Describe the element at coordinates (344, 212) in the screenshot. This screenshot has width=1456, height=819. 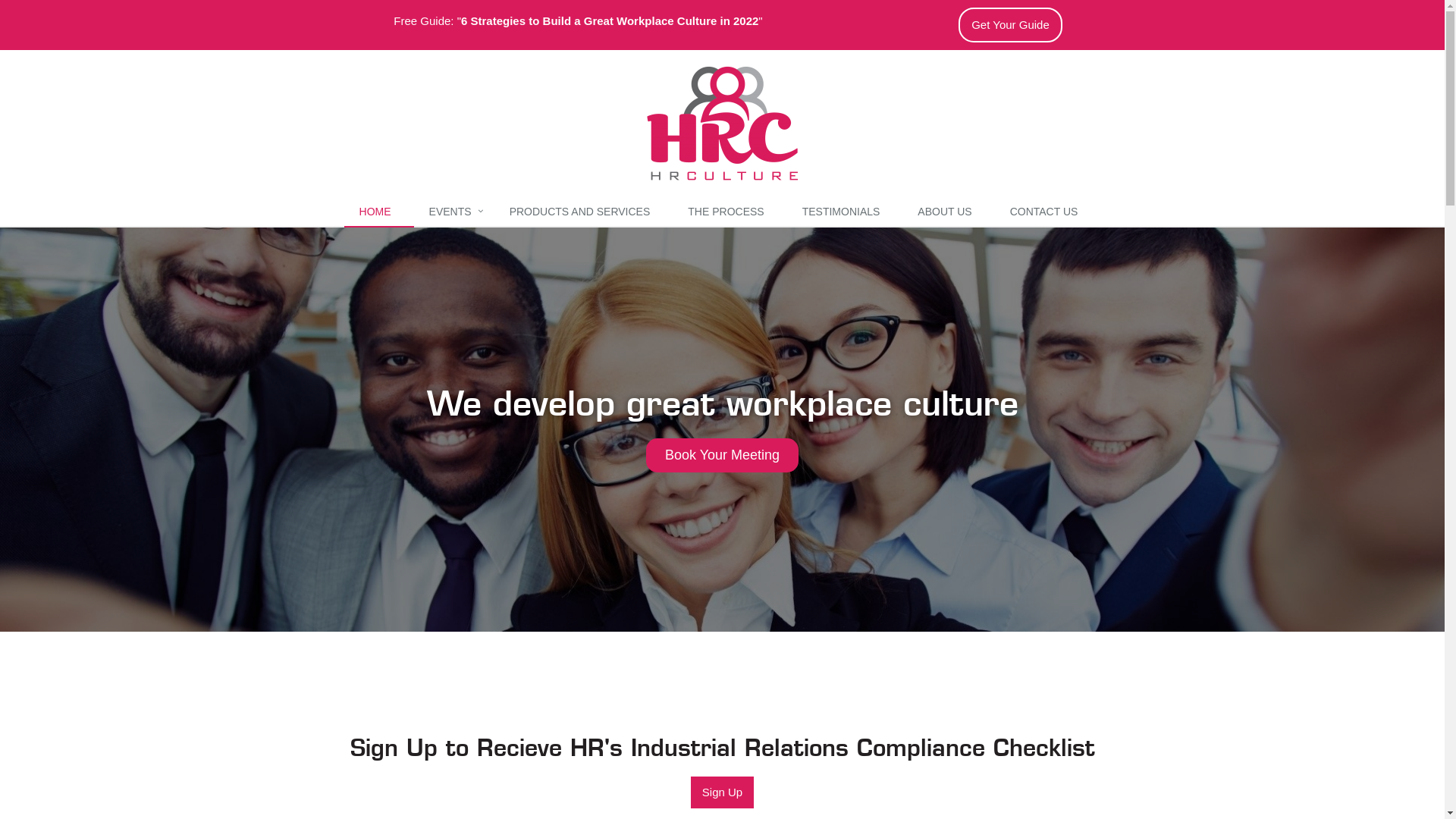
I see `'HOME'` at that location.